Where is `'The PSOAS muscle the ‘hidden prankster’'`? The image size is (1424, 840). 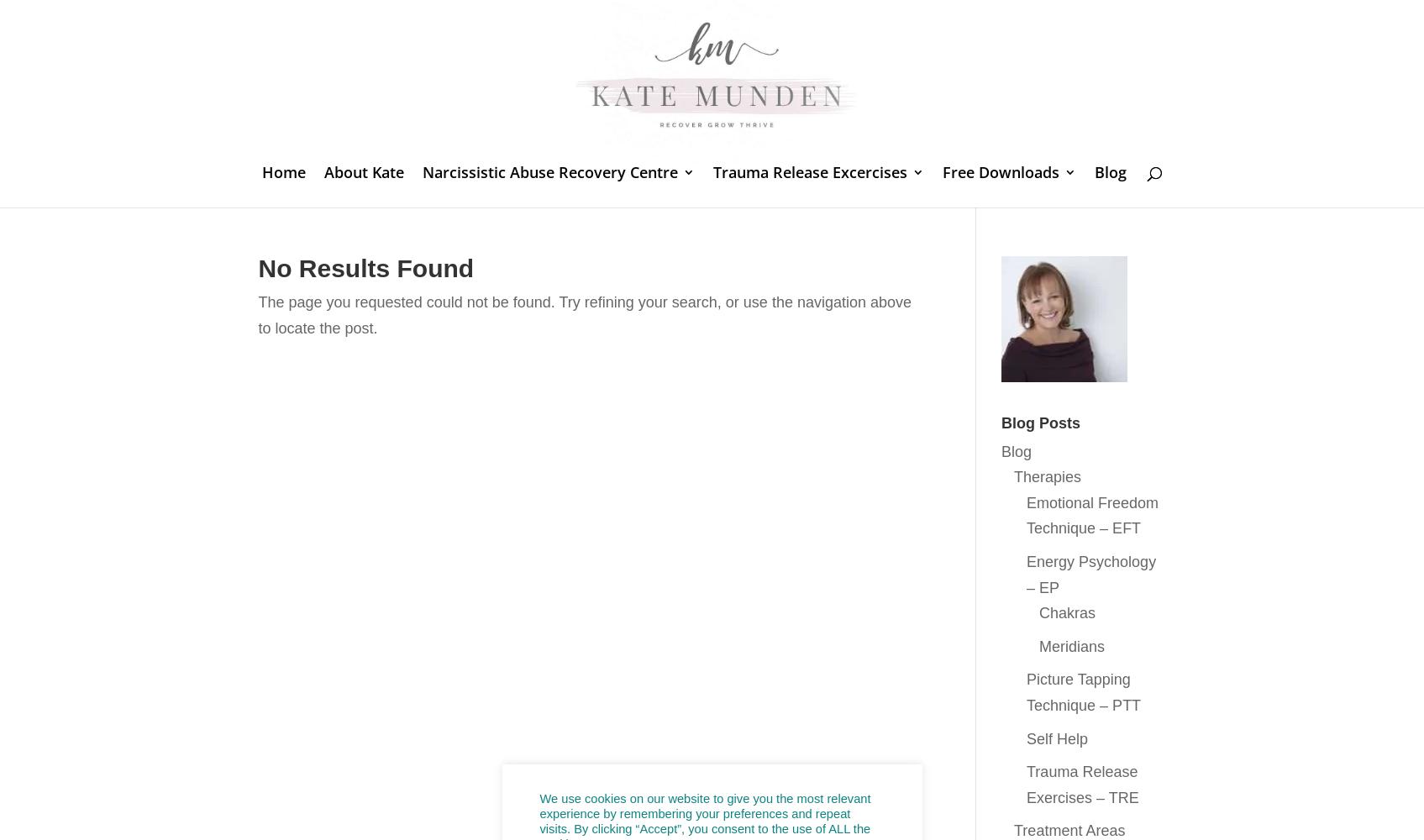 'The PSOAS muscle the ‘hidden prankster’' is located at coordinates (813, 358).